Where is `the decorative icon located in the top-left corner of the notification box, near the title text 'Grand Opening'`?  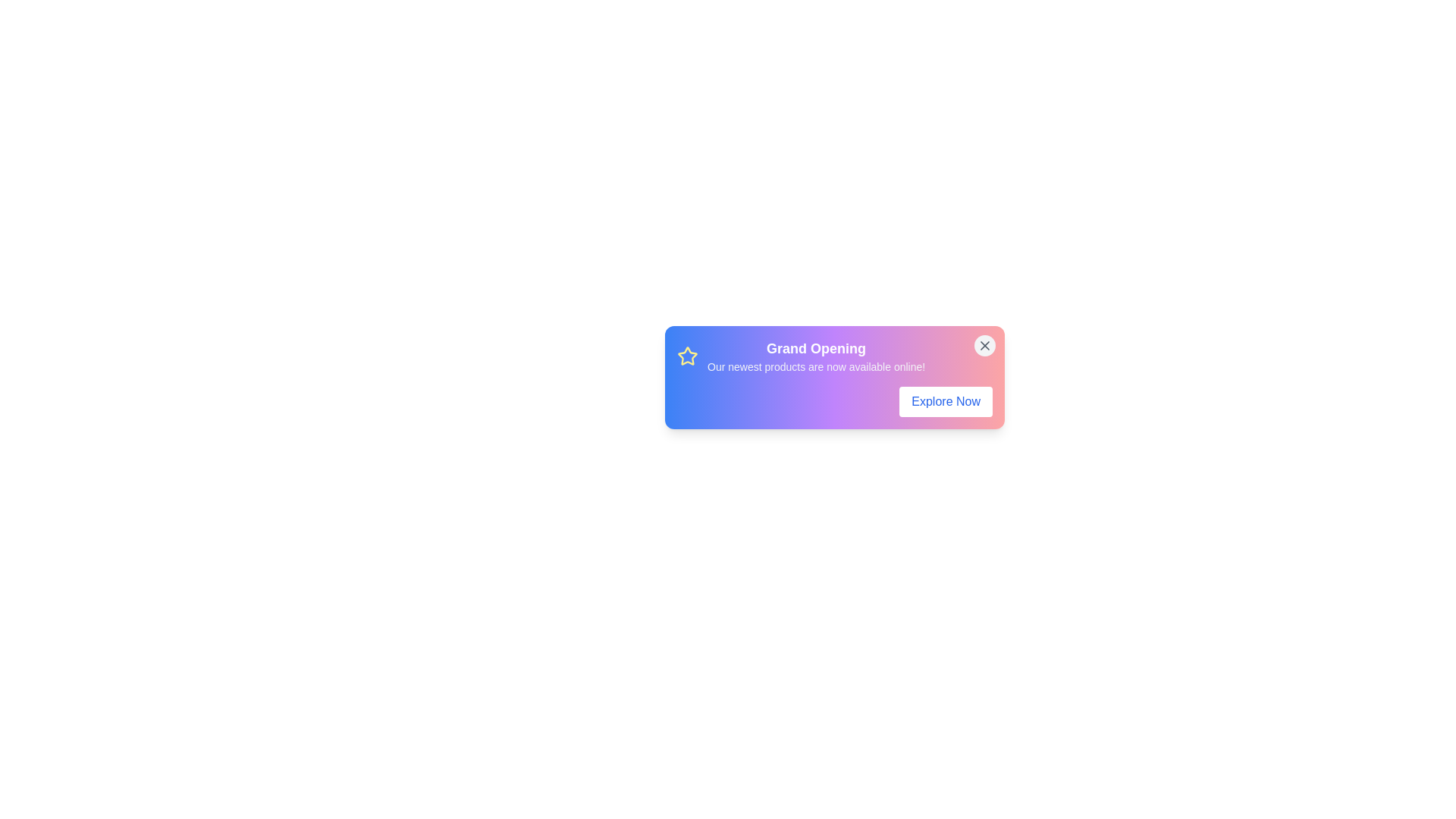 the decorative icon located in the top-left corner of the notification box, near the title text 'Grand Opening' is located at coordinates (687, 356).